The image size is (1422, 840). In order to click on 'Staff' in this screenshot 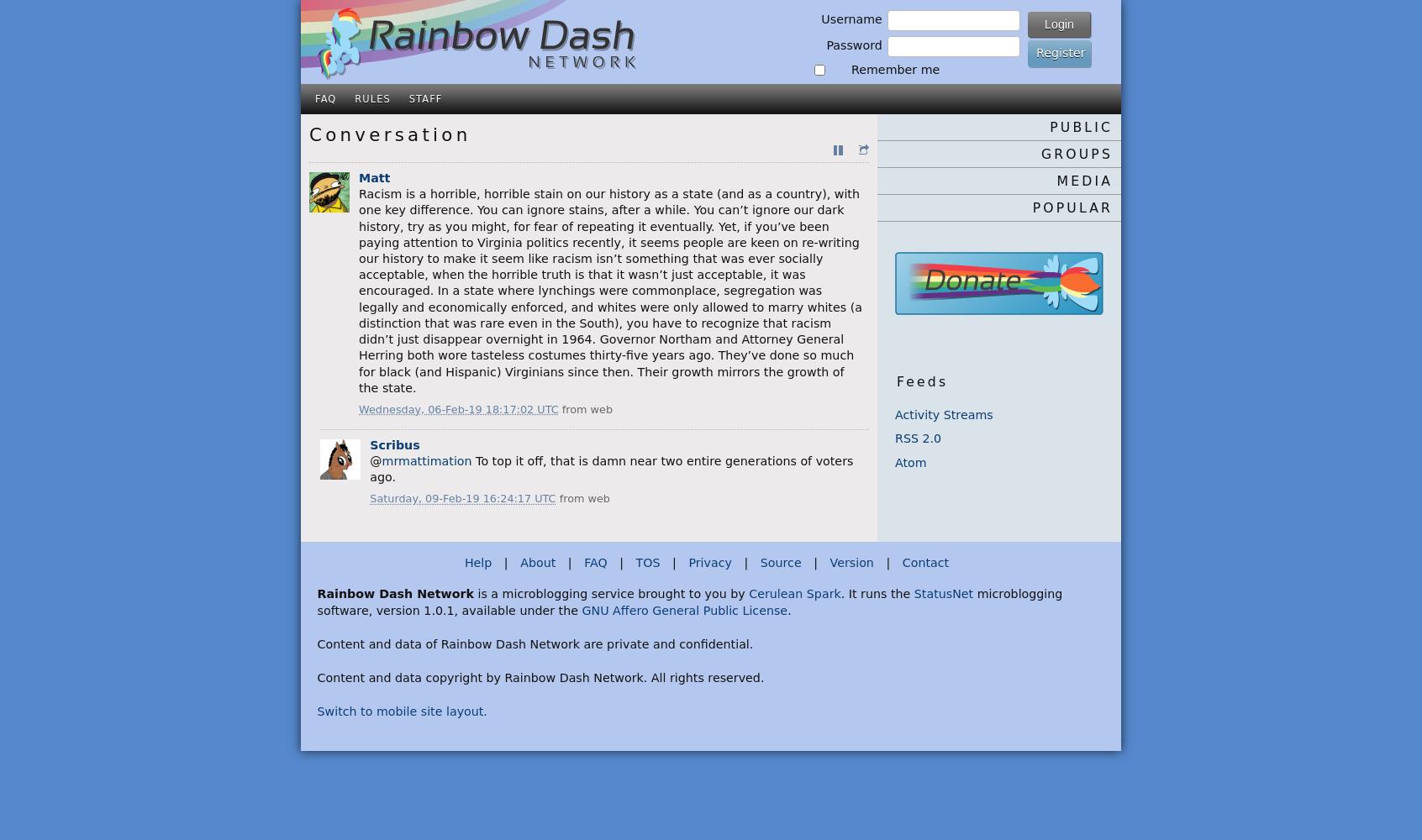, I will do `click(425, 98)`.